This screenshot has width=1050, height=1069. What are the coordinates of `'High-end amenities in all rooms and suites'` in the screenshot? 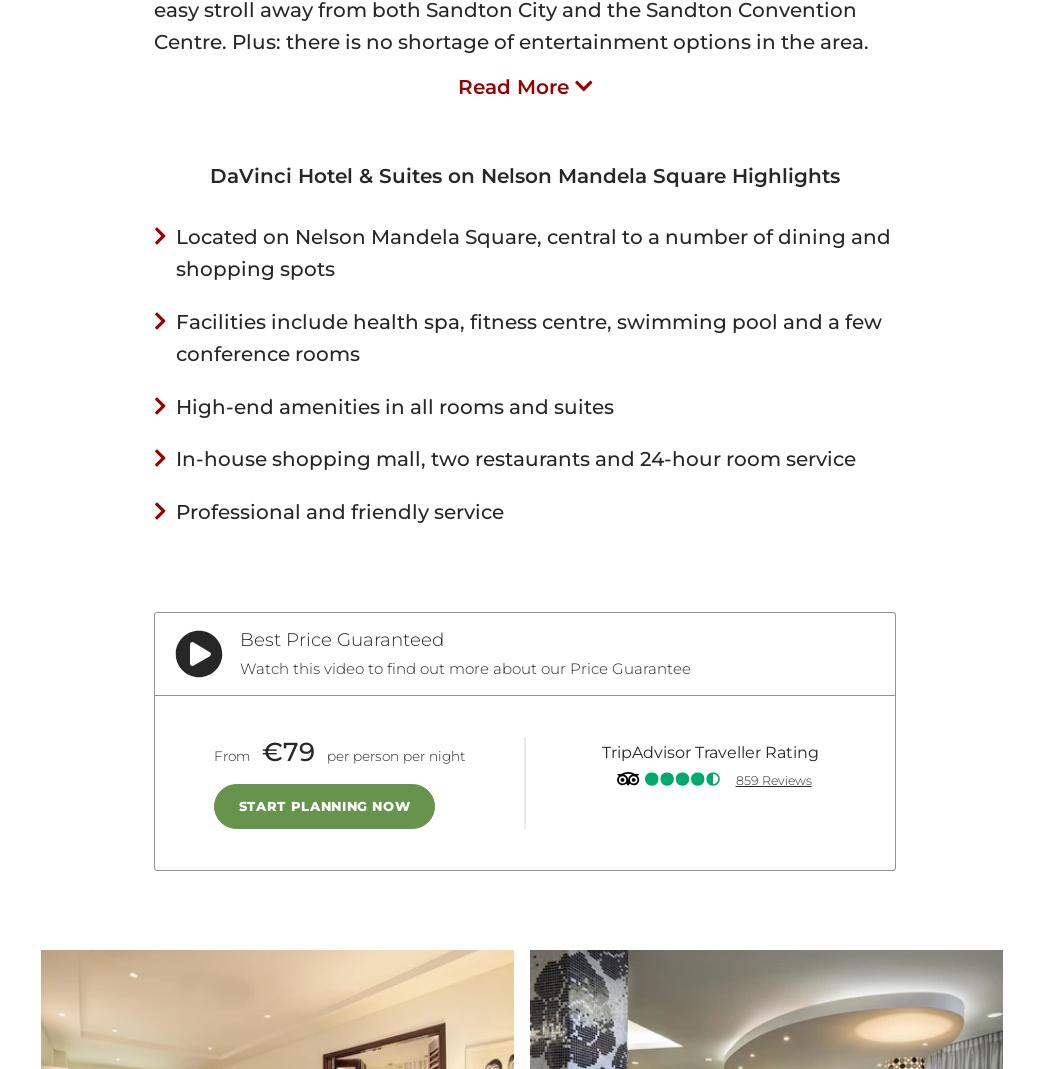 It's located at (395, 406).